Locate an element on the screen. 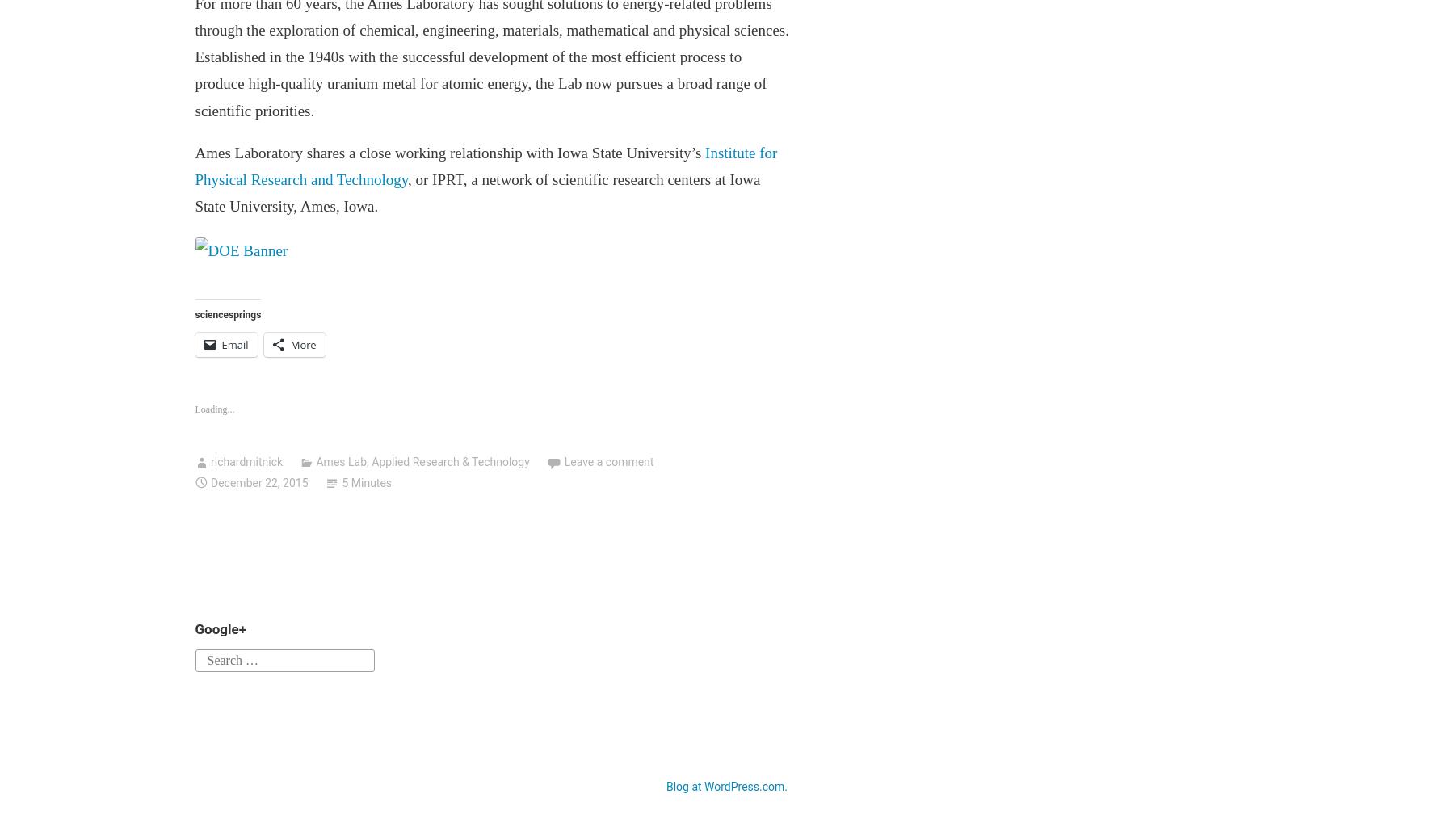 The image size is (1454, 840). 'Email' is located at coordinates (220, 345).